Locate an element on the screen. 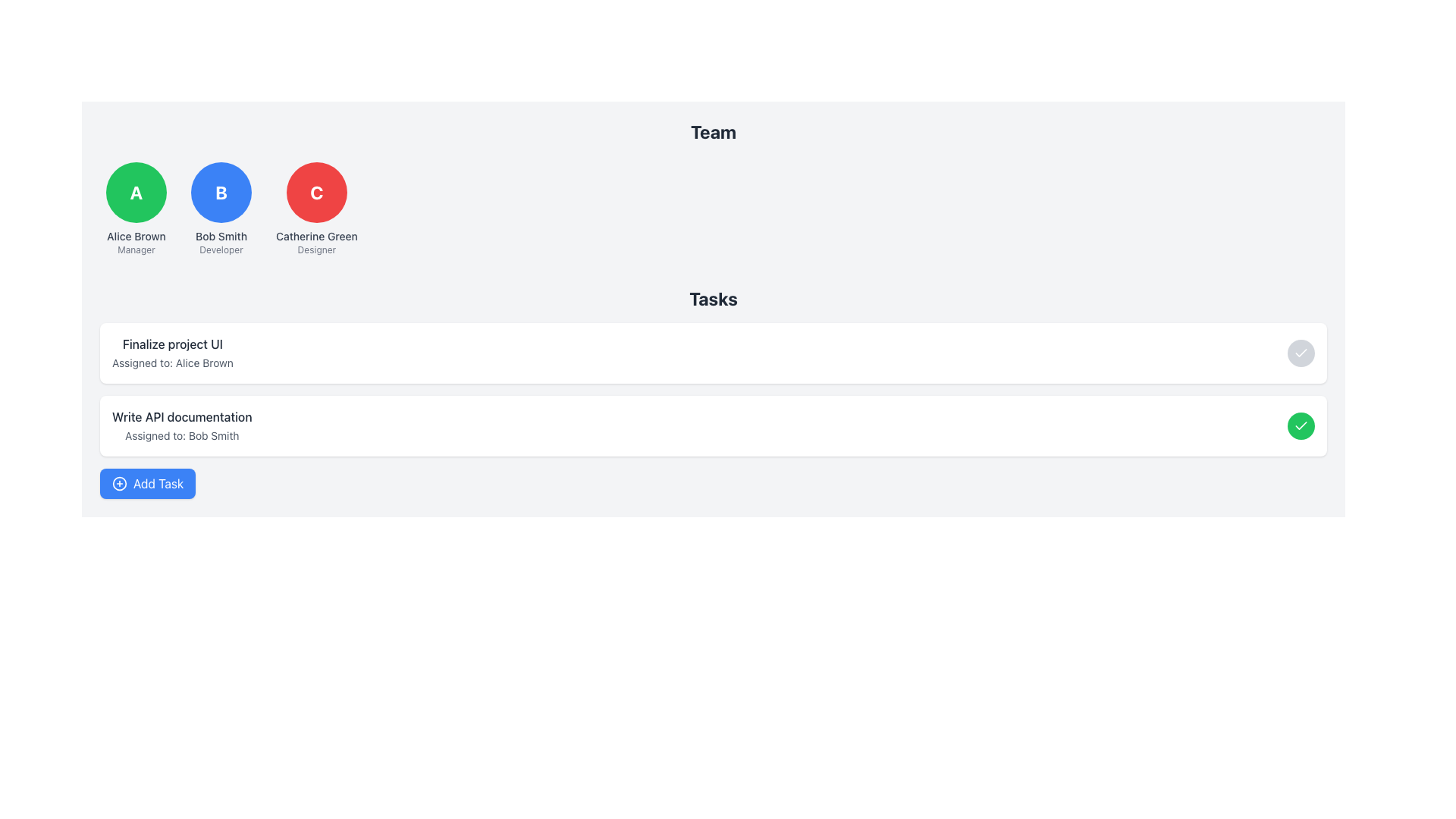 This screenshot has height=819, width=1456. the circular outline of the plus-circle design within the 'Add Task' button located in the bottom-left area of the SVG icon is located at coordinates (119, 483).